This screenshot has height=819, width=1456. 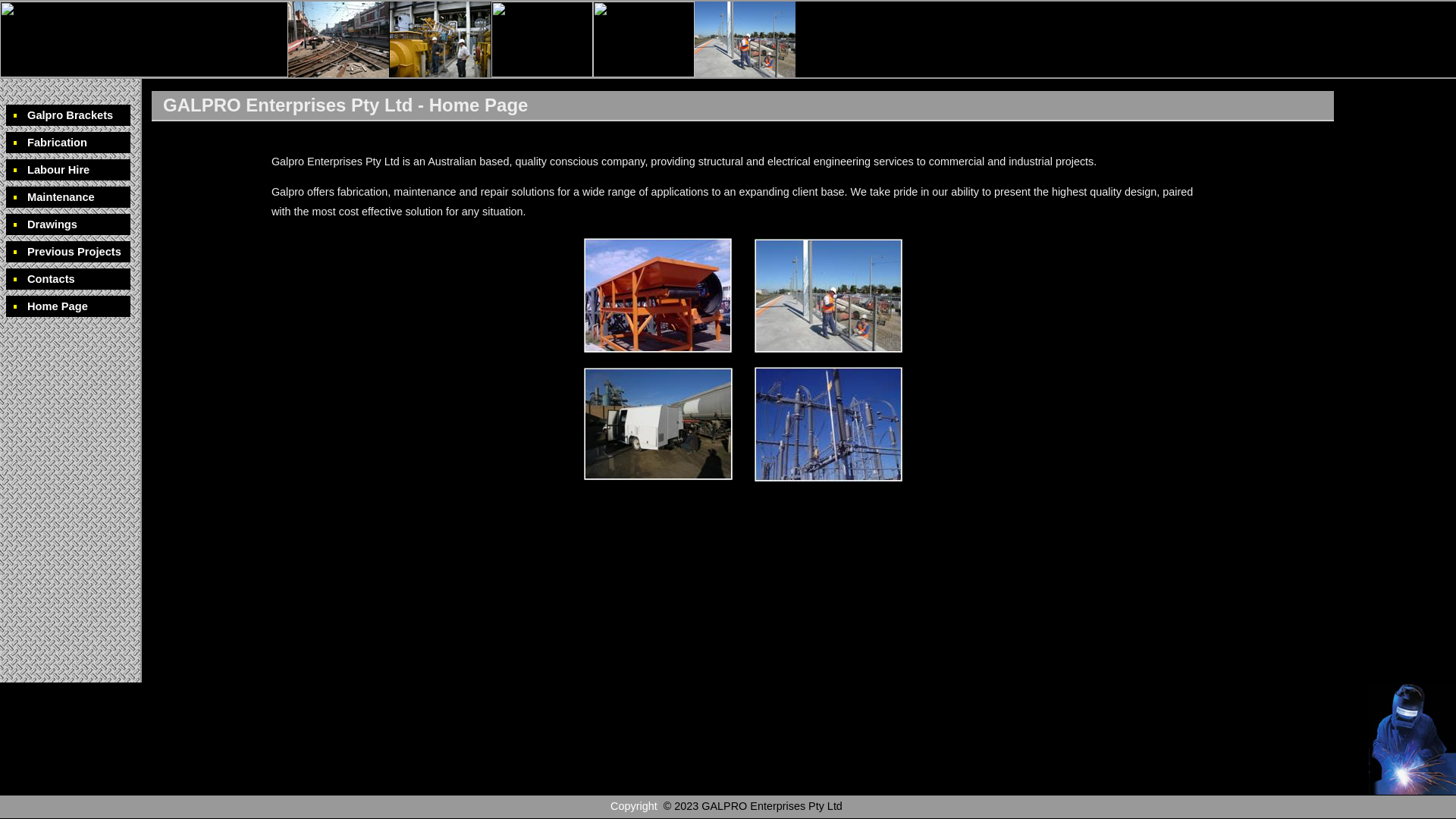 What do you see at coordinates (633, 805) in the screenshot?
I see `'Copyright'` at bounding box center [633, 805].